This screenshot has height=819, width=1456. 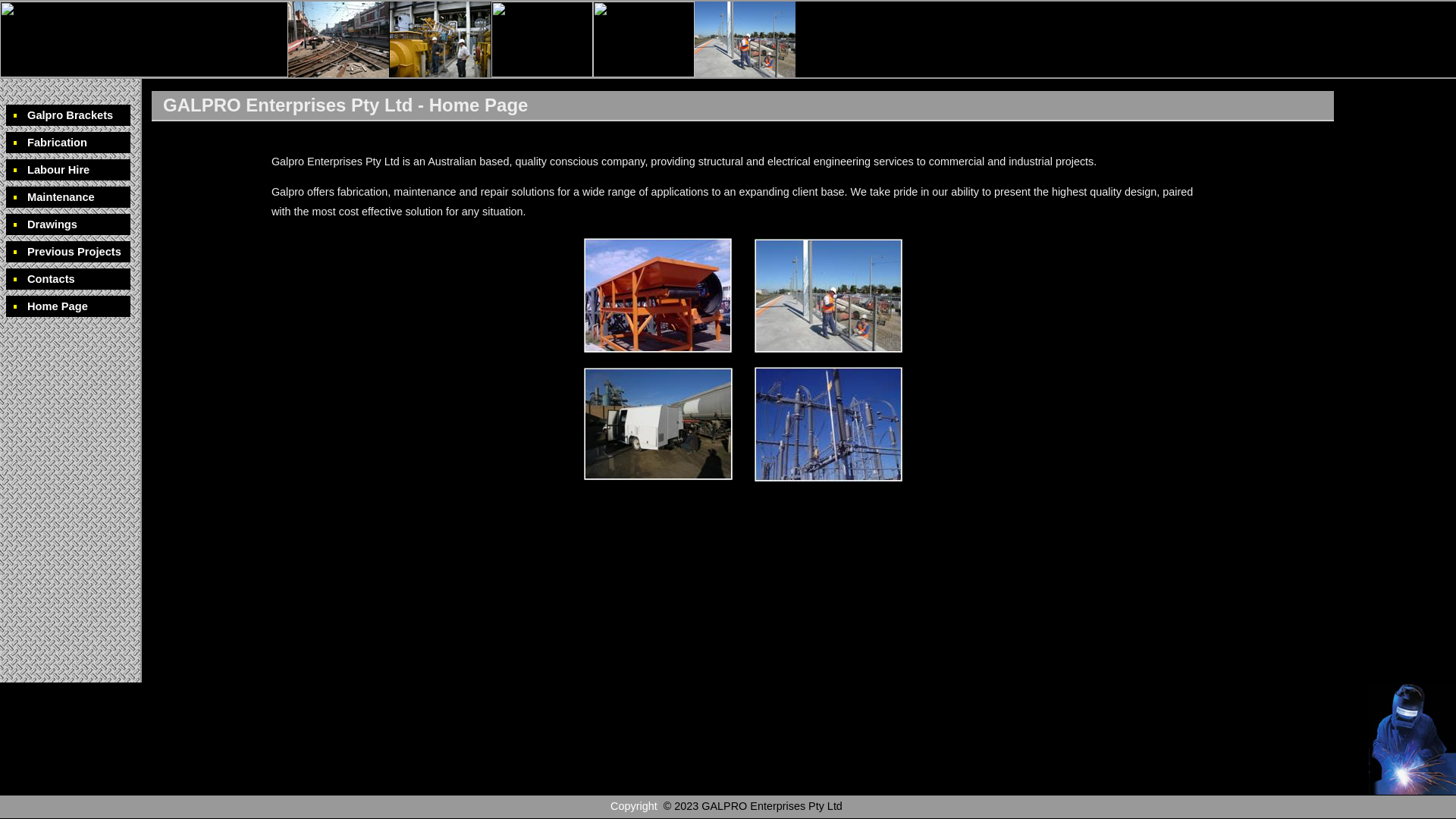 What do you see at coordinates (633, 805) in the screenshot?
I see `'Copyright'` at bounding box center [633, 805].